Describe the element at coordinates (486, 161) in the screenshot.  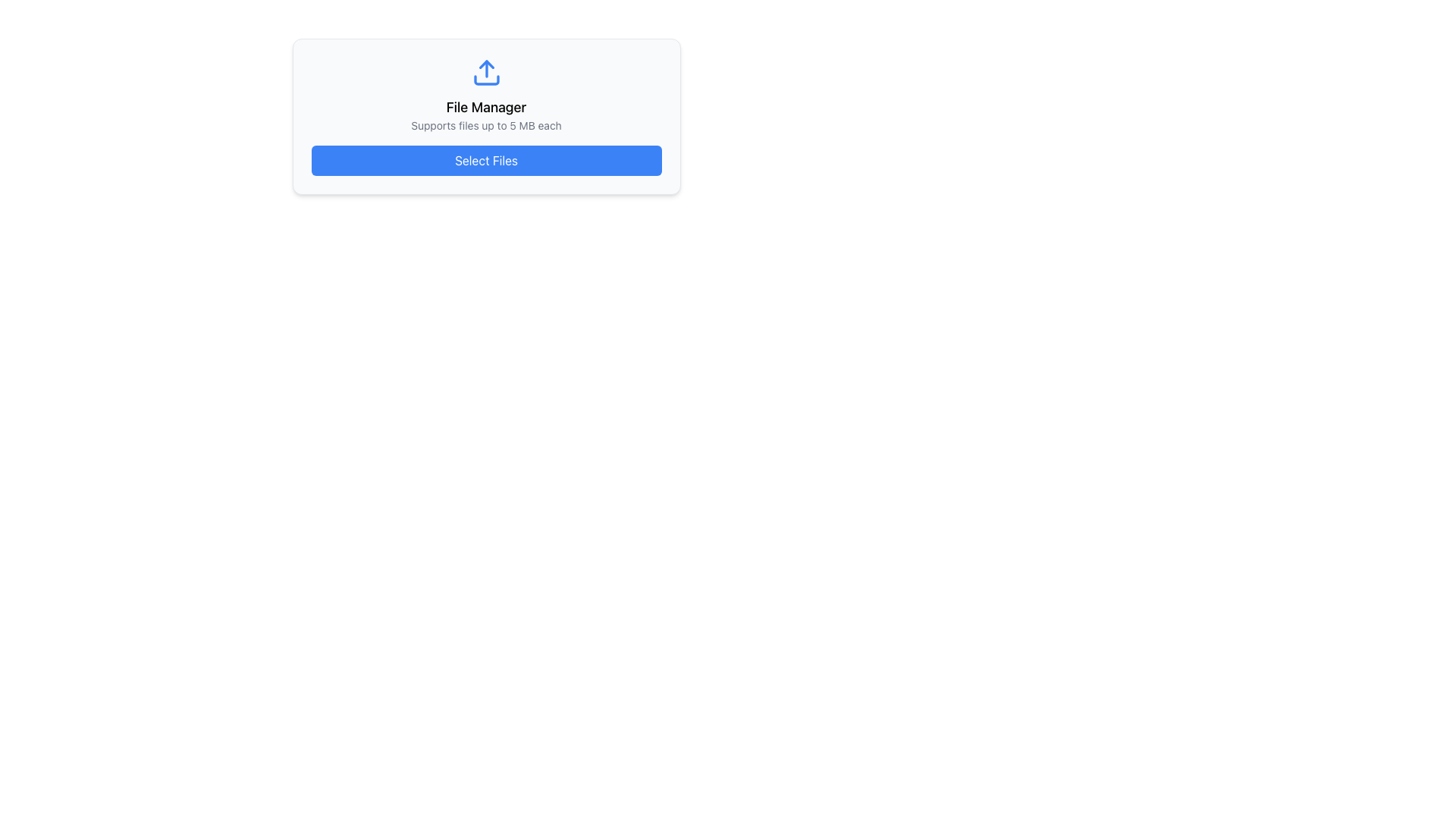
I see `the file selection button located at the bottom of the 'File Manager' box` at that location.